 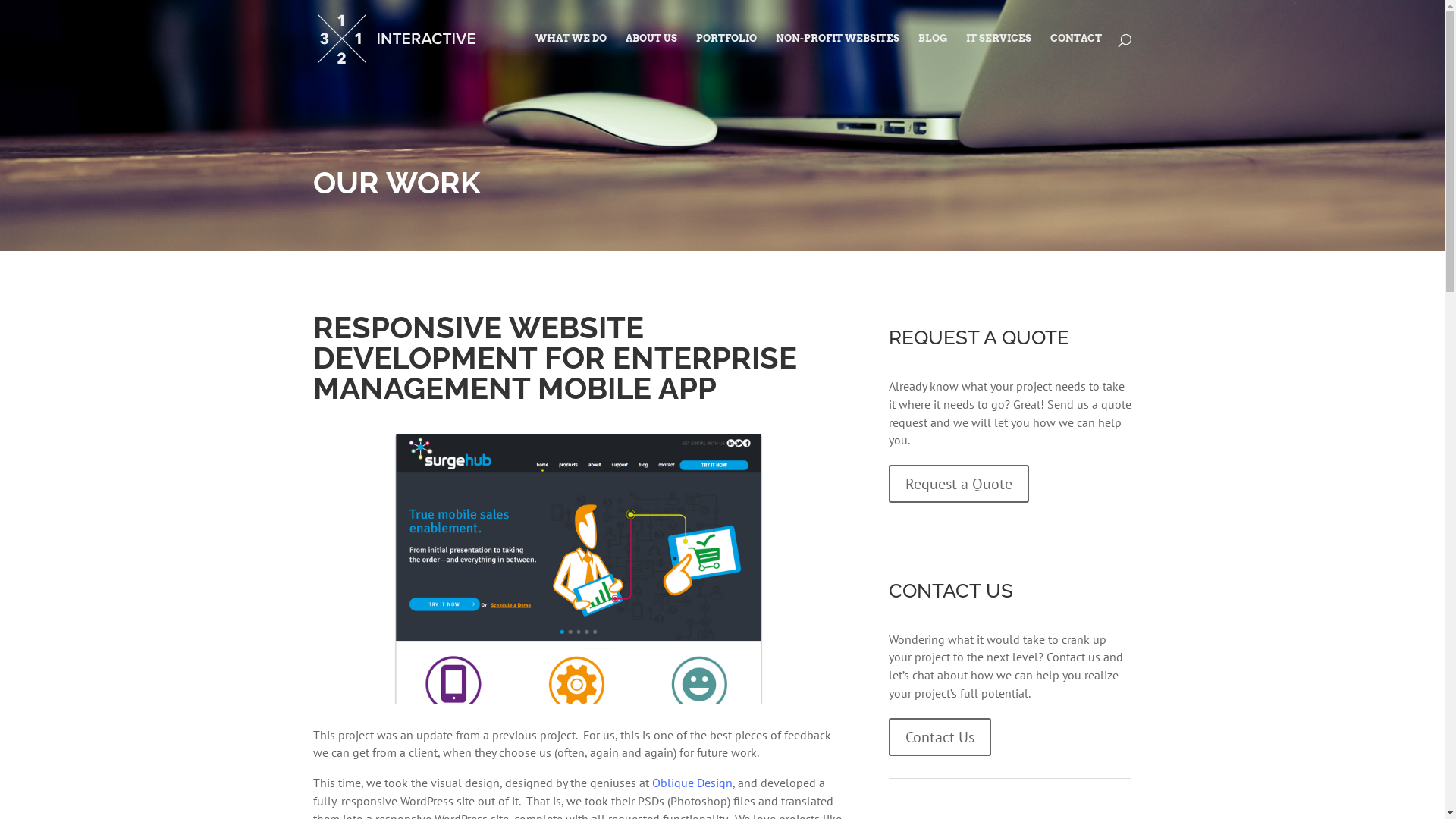 What do you see at coordinates (1048, 55) in the screenshot?
I see `'CONTACT'` at bounding box center [1048, 55].